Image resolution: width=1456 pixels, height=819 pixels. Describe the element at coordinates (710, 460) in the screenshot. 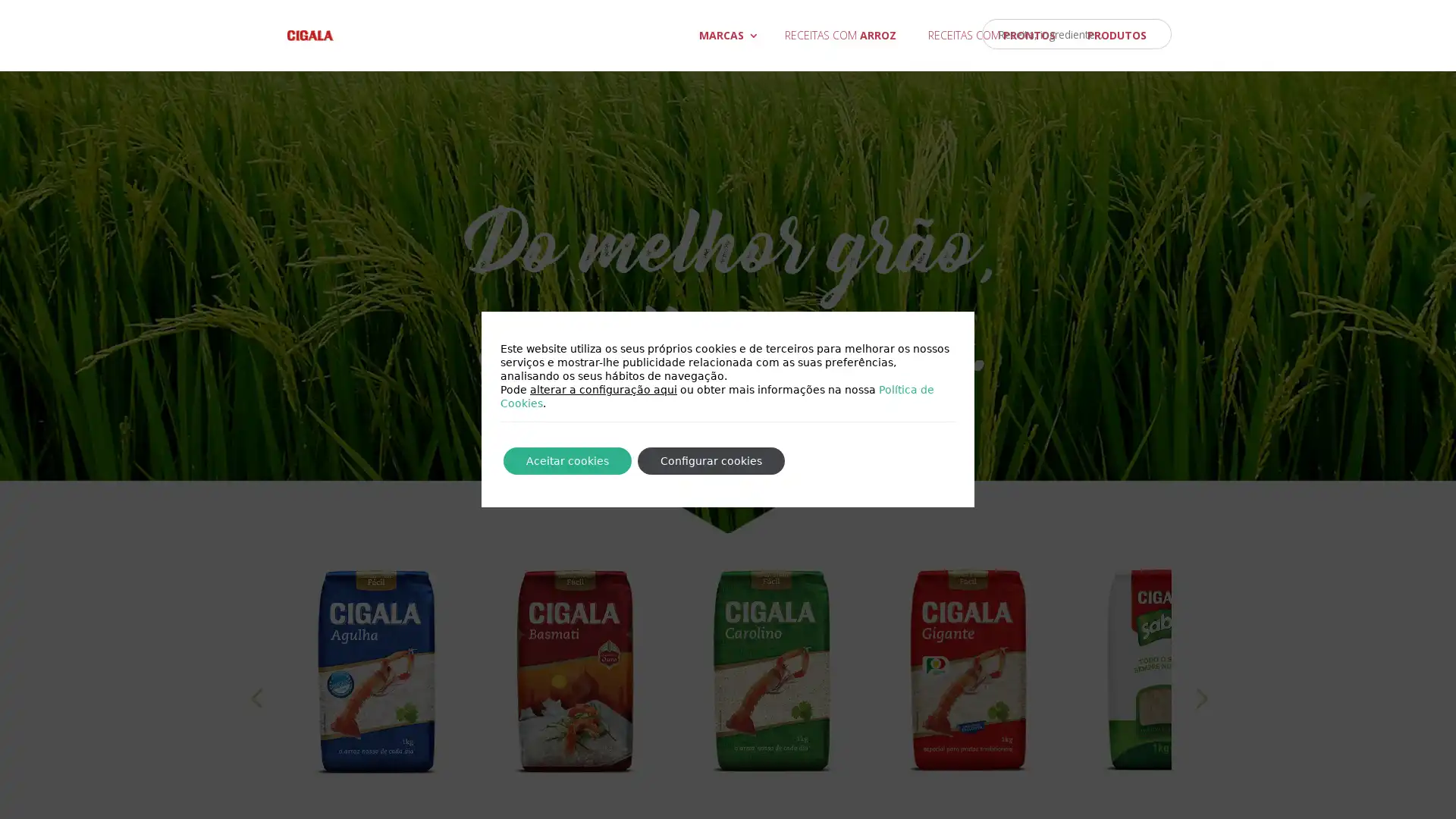

I see `Configurar cookies` at that location.